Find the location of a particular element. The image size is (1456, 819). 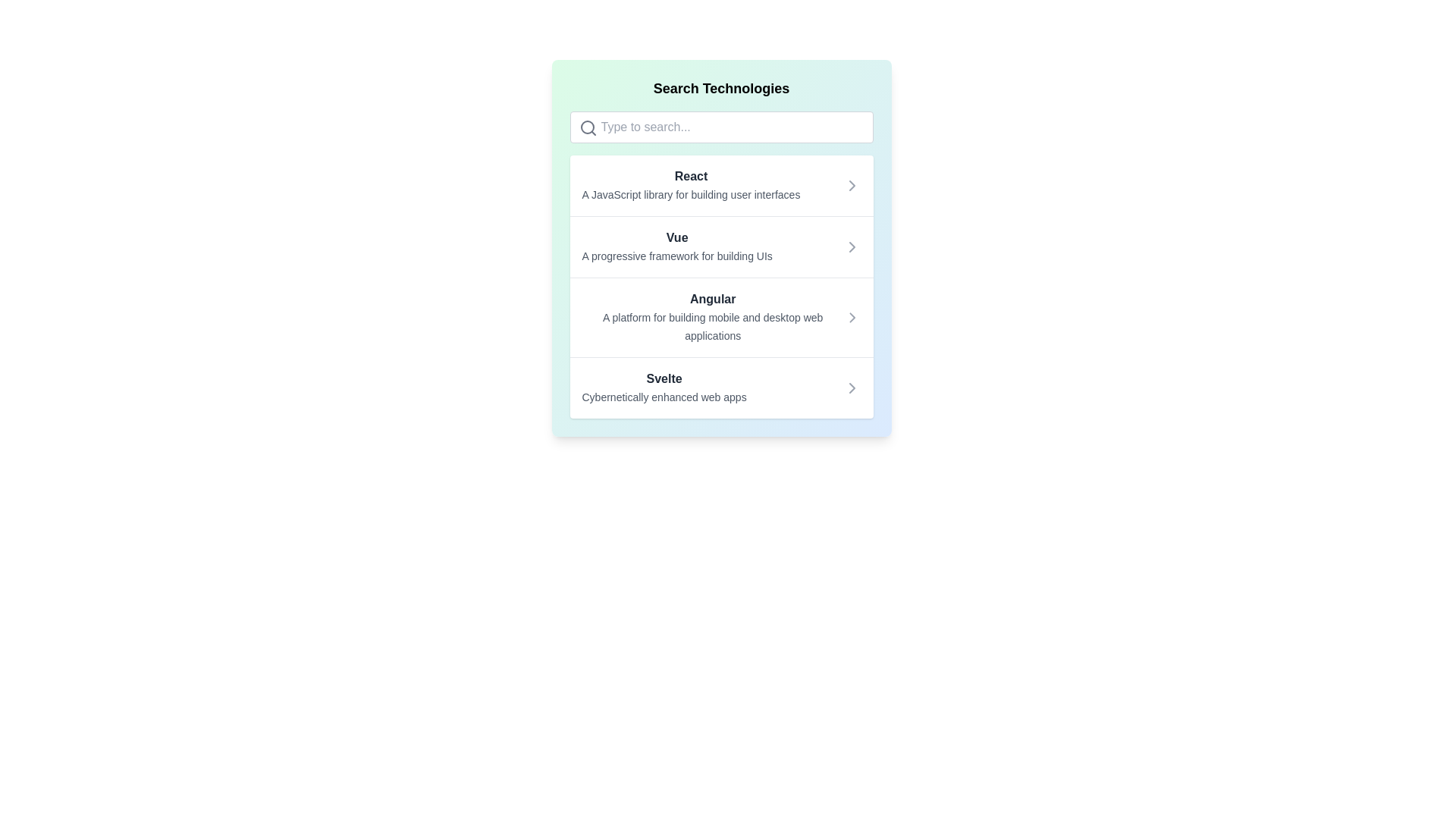

the search input field styled with a white background and rounded borders, located below the 'Search Technologies' section is located at coordinates (720, 127).